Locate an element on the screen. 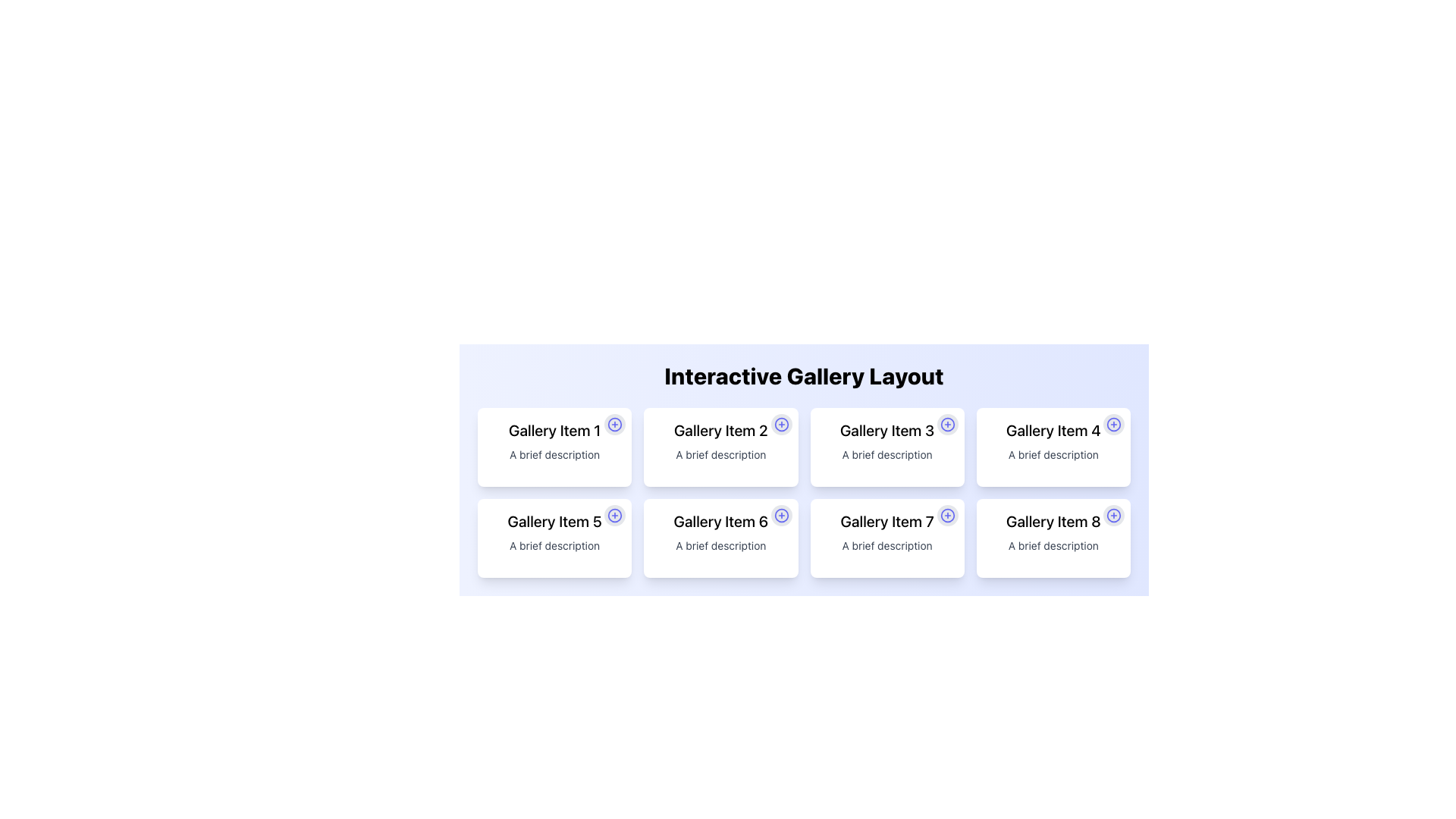  the Text label that identifies the gallery item as 'Gallery Item 7', located in the fourth column of the lower row in the gallery layout is located at coordinates (887, 520).